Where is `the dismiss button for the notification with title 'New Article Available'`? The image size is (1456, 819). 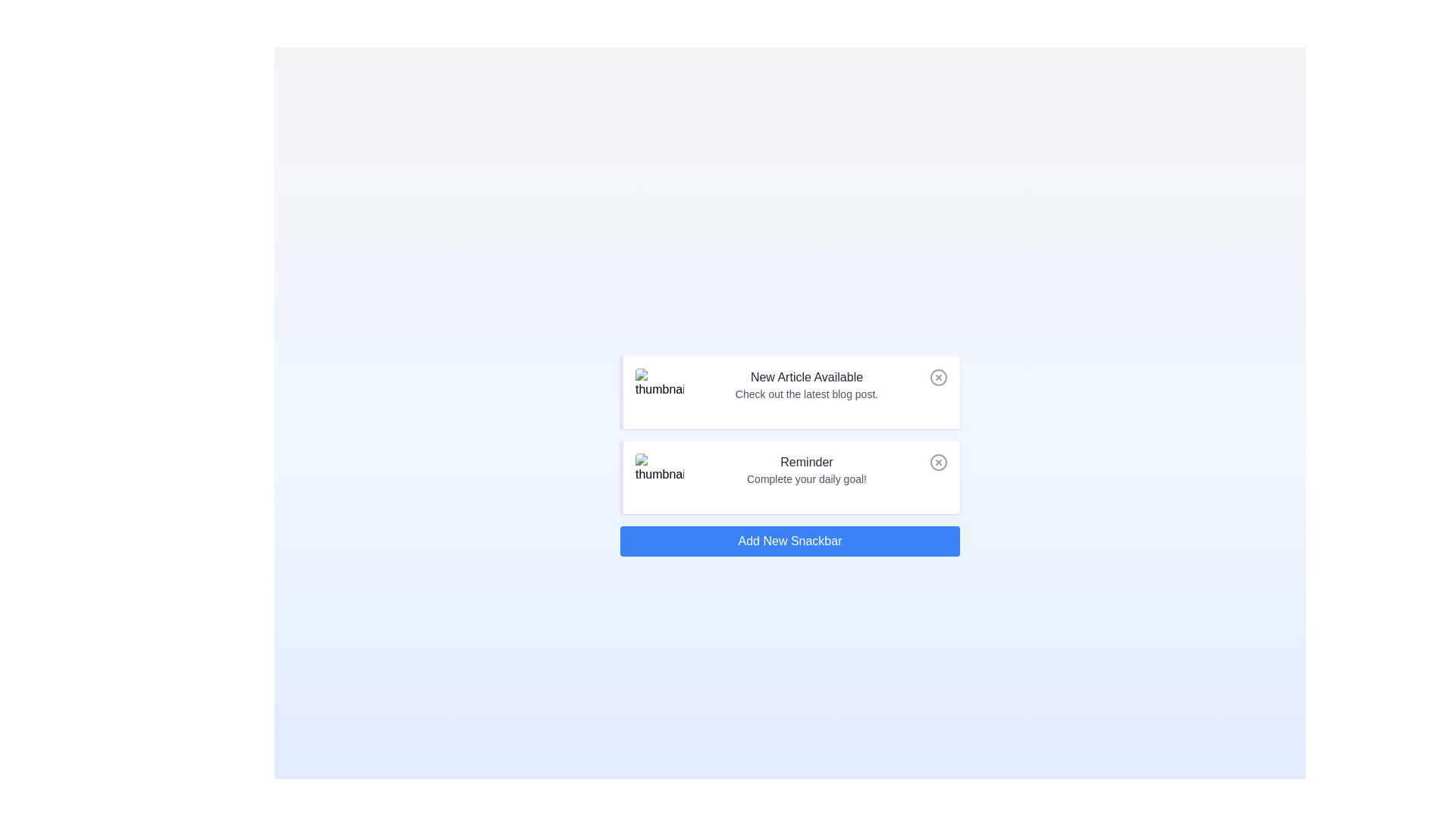
the dismiss button for the notification with title 'New Article Available' is located at coordinates (938, 376).